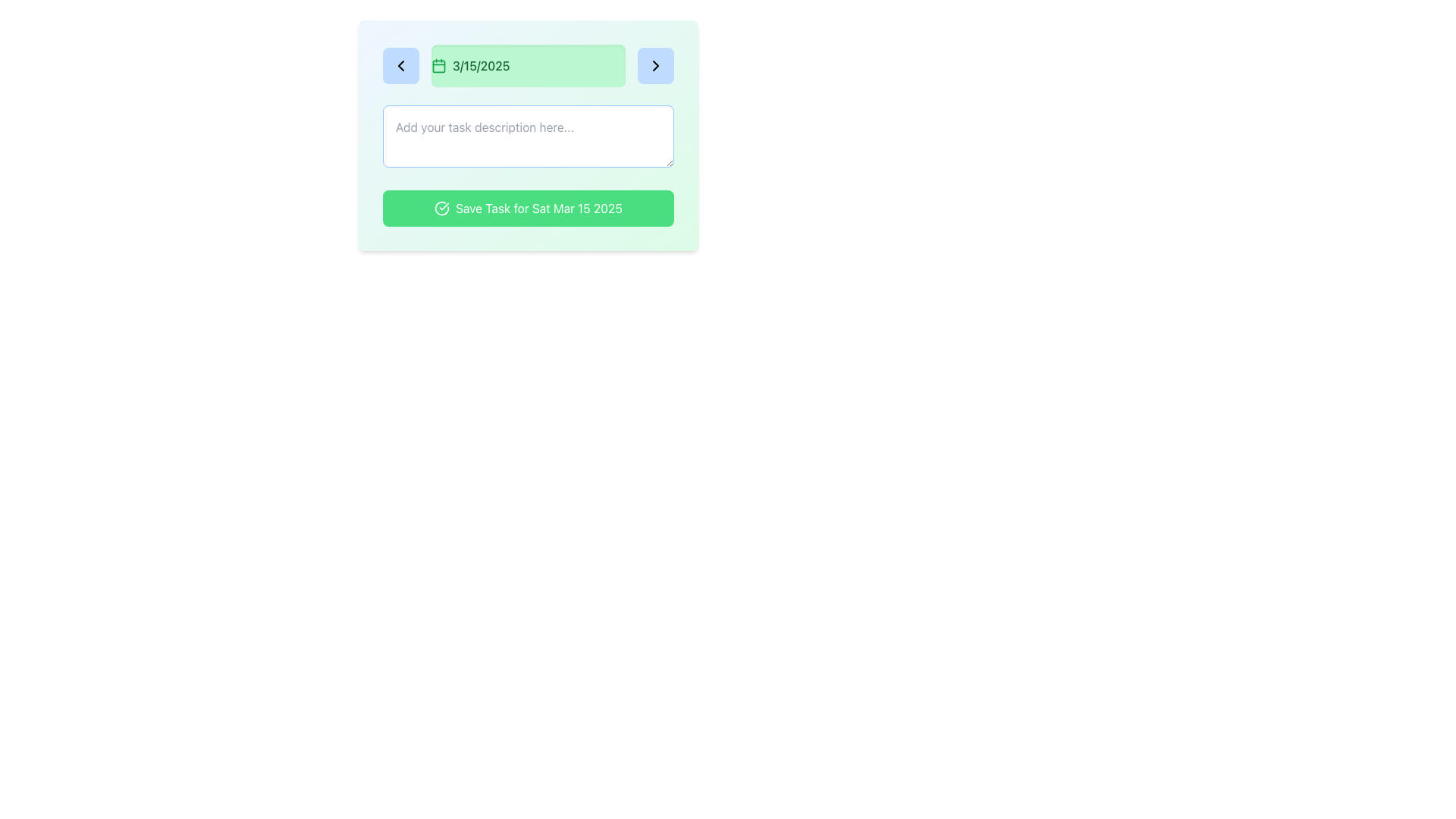 This screenshot has height=819, width=1456. I want to click on the navigation button with an arrow icon located near the top-left of the interface, so click(400, 65).